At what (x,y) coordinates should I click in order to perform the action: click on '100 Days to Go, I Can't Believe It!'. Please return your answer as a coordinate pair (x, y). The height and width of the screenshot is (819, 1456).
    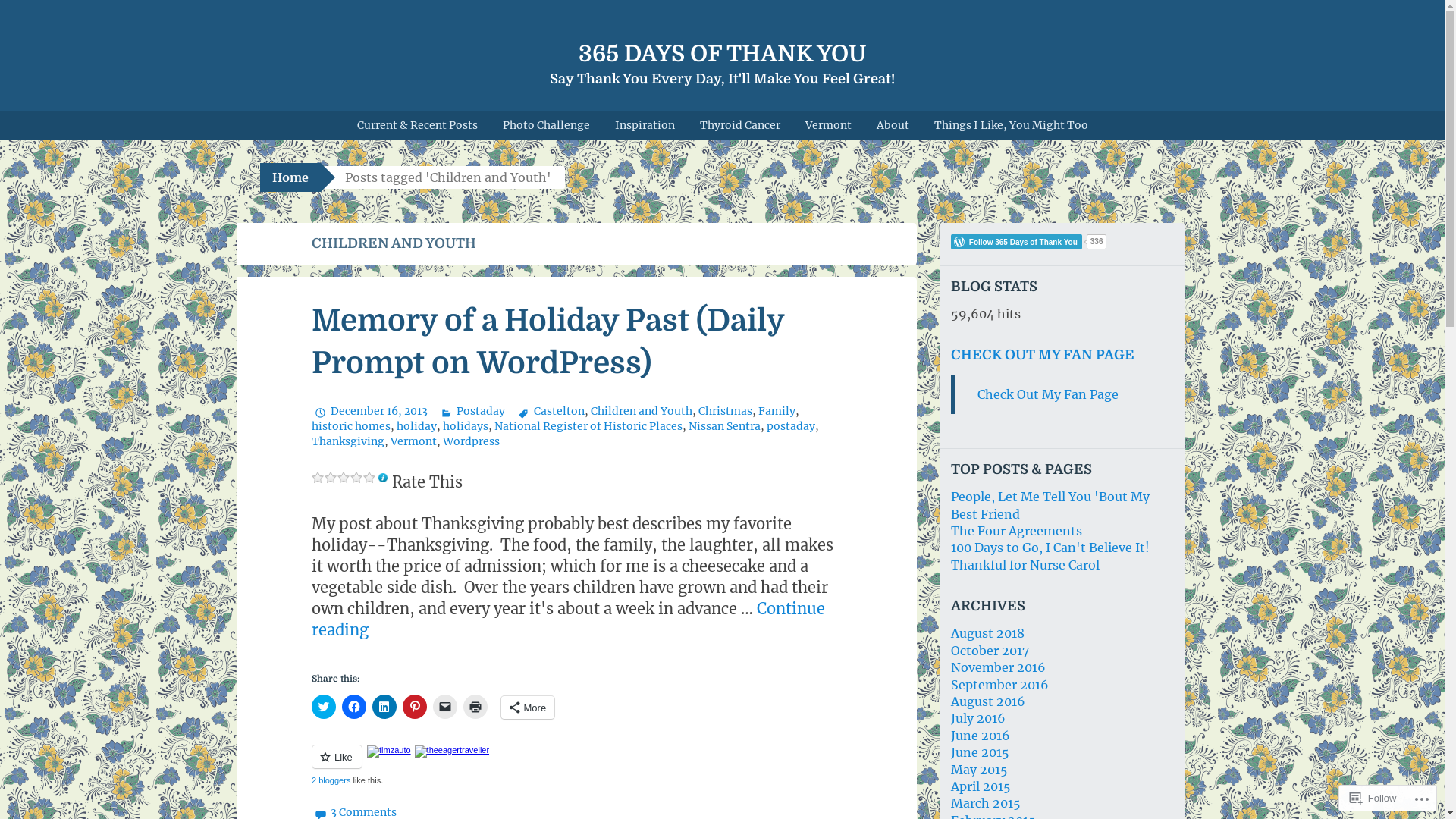
    Looking at the image, I should click on (1050, 547).